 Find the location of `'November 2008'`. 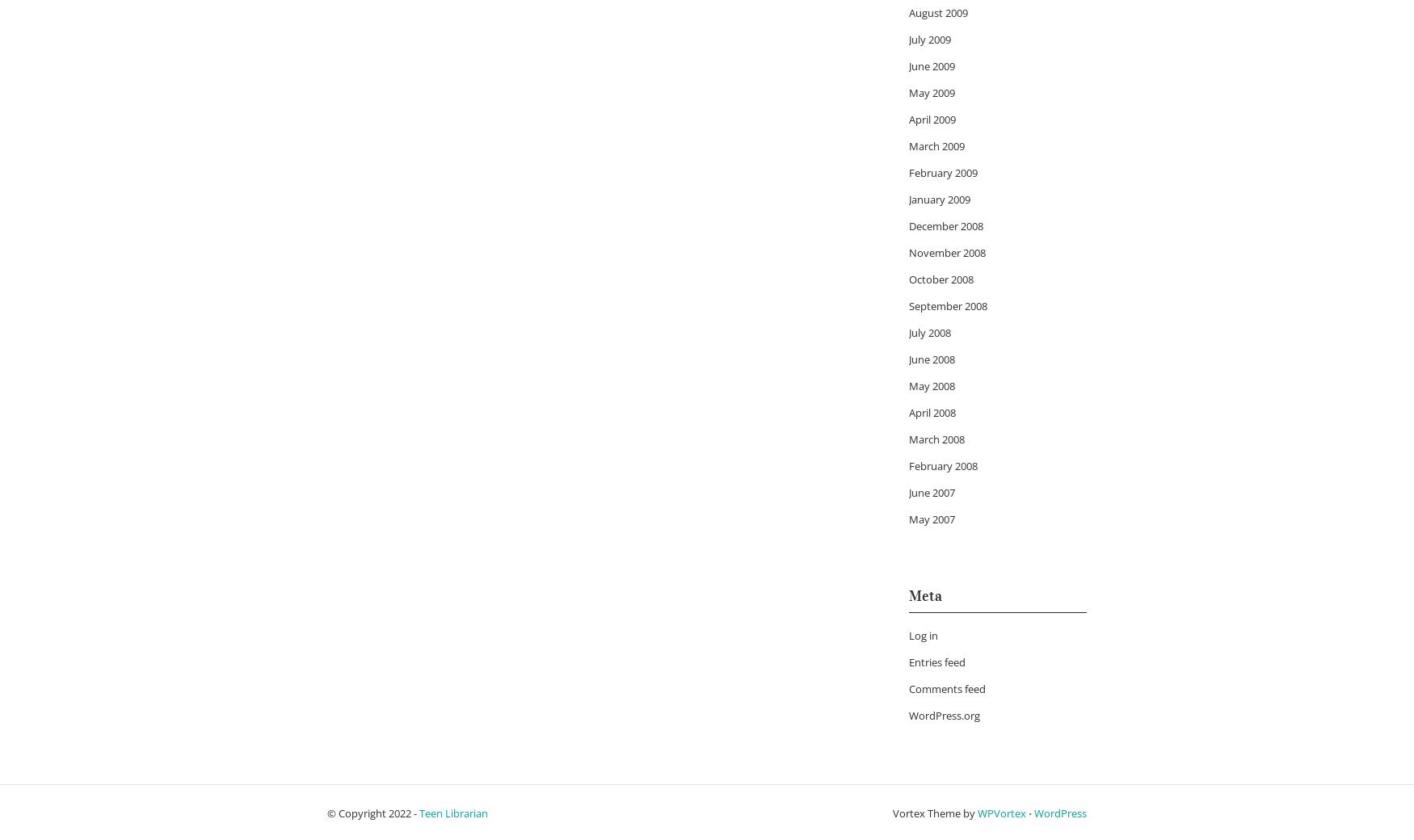

'November 2008' is located at coordinates (946, 251).